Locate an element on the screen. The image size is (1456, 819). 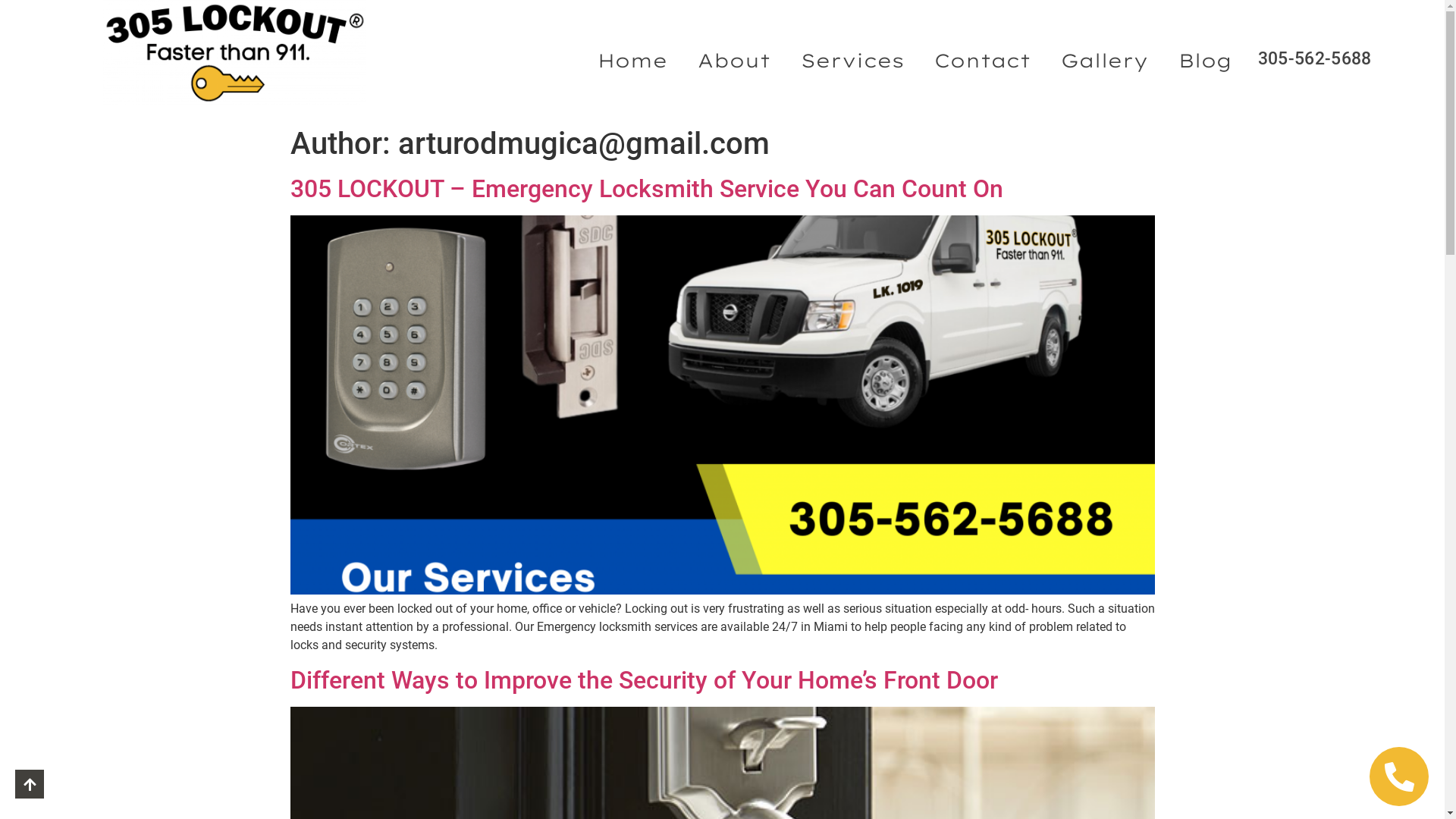
'About' is located at coordinates (734, 58).